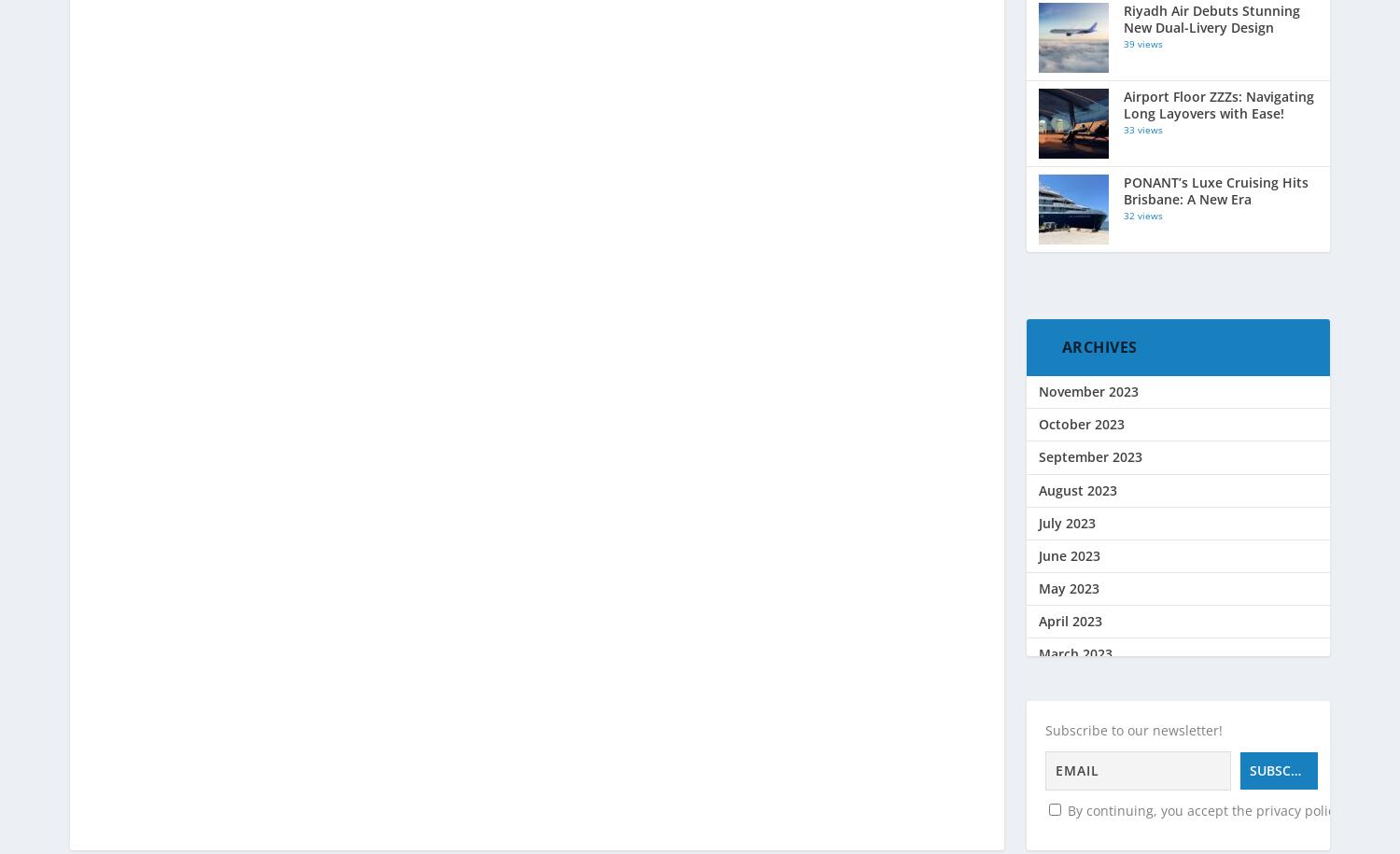 The height and width of the screenshot is (854, 1400). I want to click on 'Oceania News', so click(1082, 131).